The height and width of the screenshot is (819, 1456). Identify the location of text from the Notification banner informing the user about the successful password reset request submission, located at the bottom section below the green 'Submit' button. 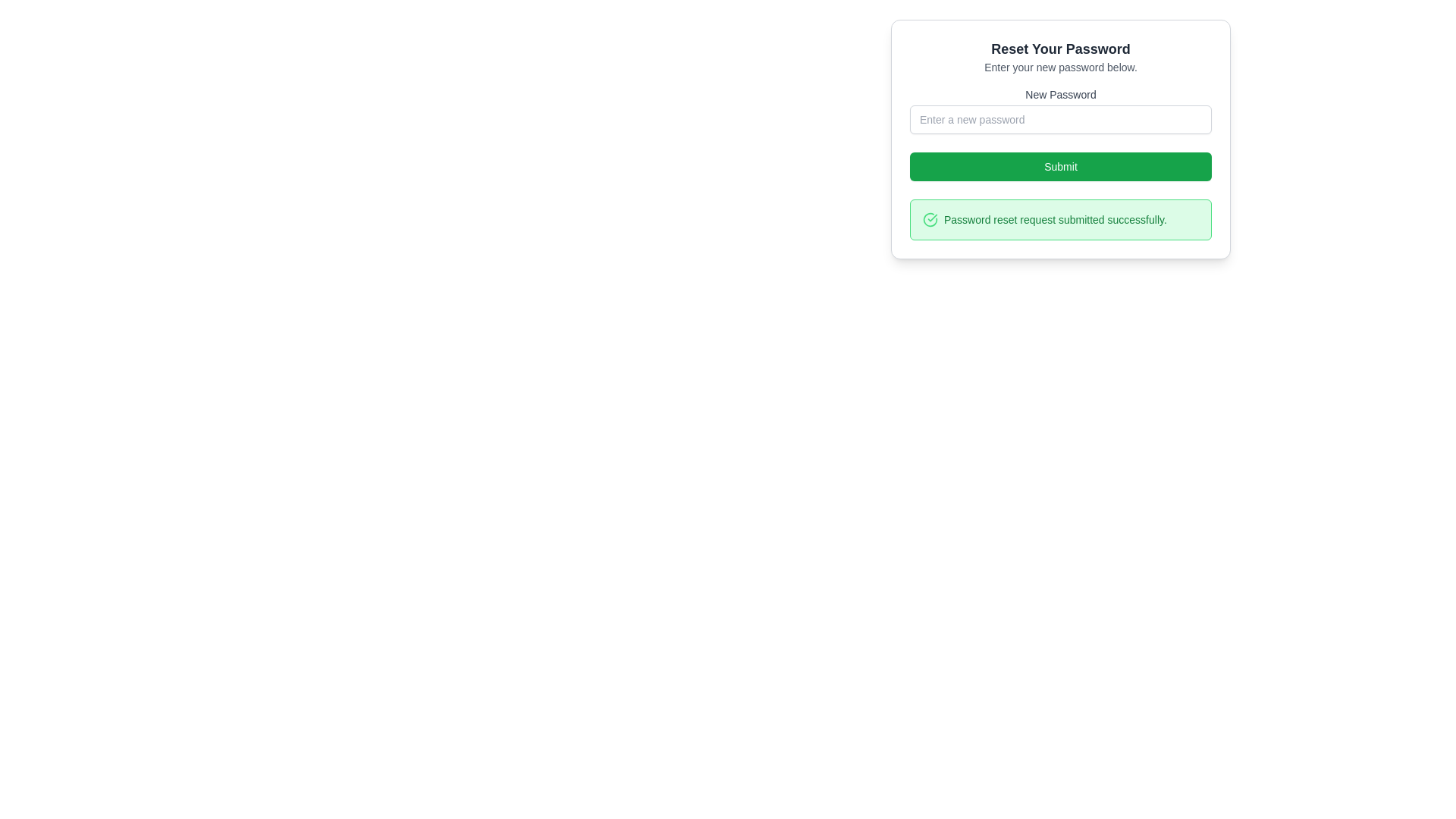
(1059, 219).